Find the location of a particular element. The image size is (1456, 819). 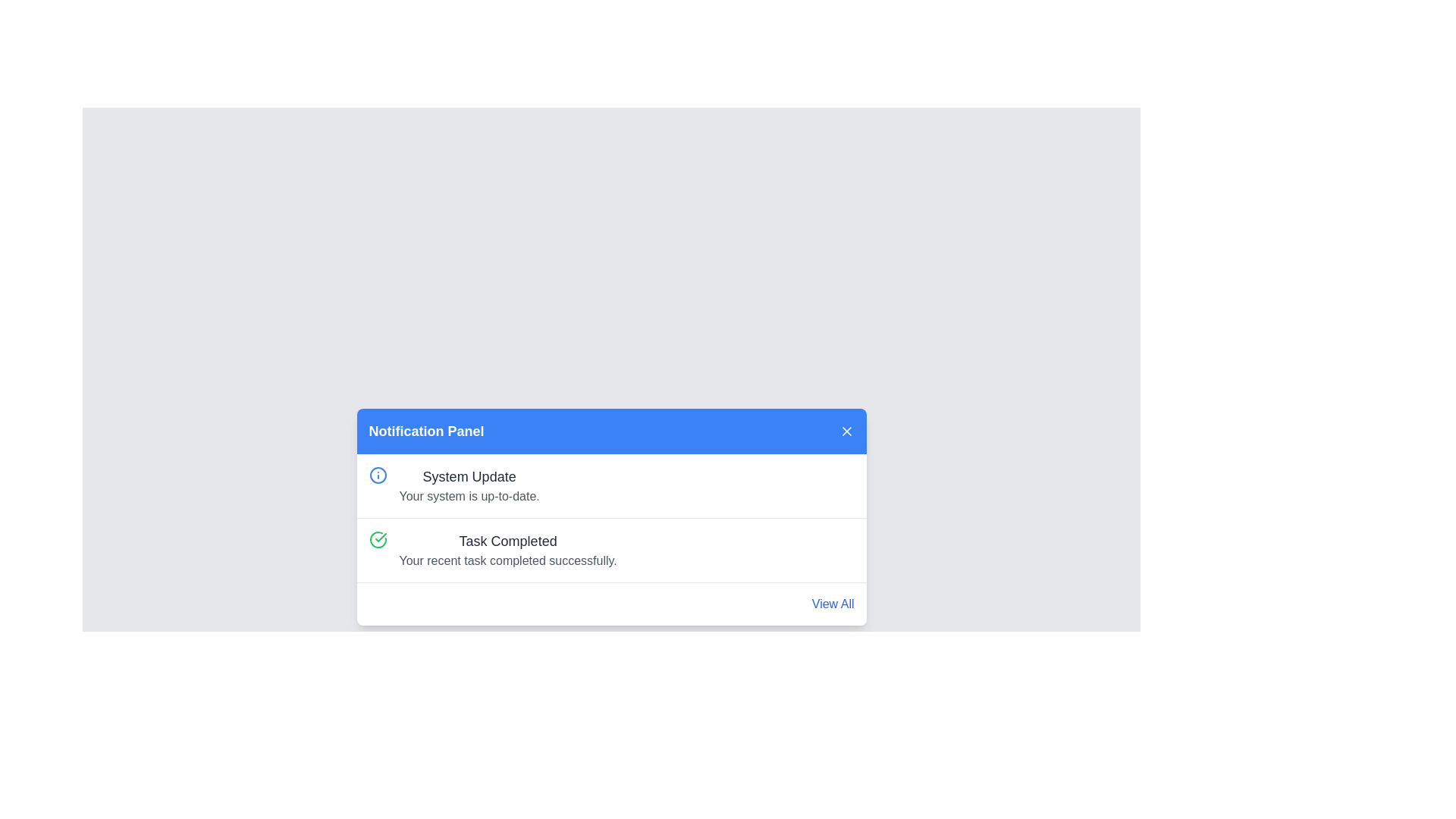

the static text that reads 'Your system is up-to-date.' located beneath the 'System Update' header is located at coordinates (469, 497).